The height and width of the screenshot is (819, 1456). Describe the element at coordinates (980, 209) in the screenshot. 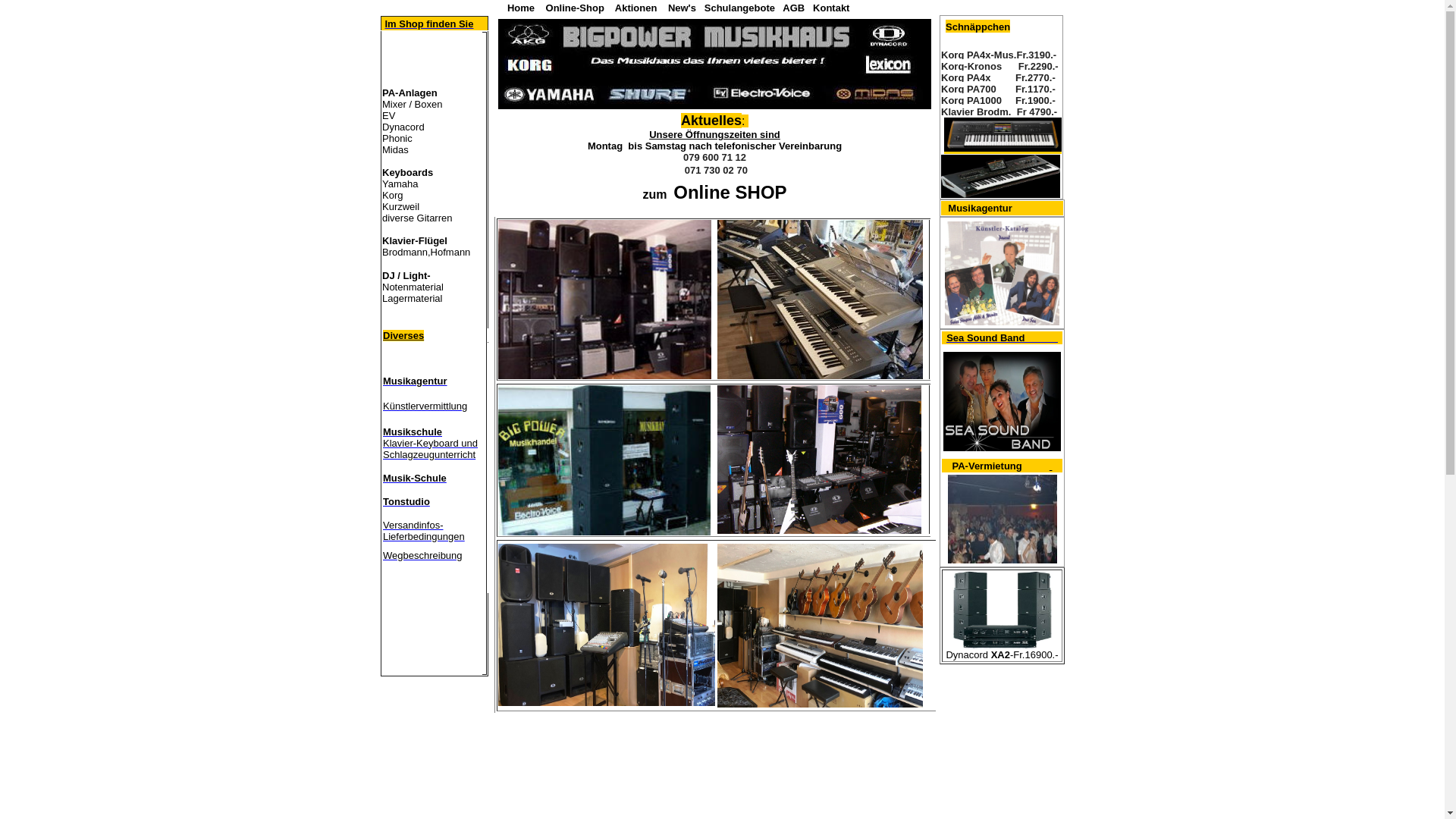

I see `'Musikagentur'` at that location.